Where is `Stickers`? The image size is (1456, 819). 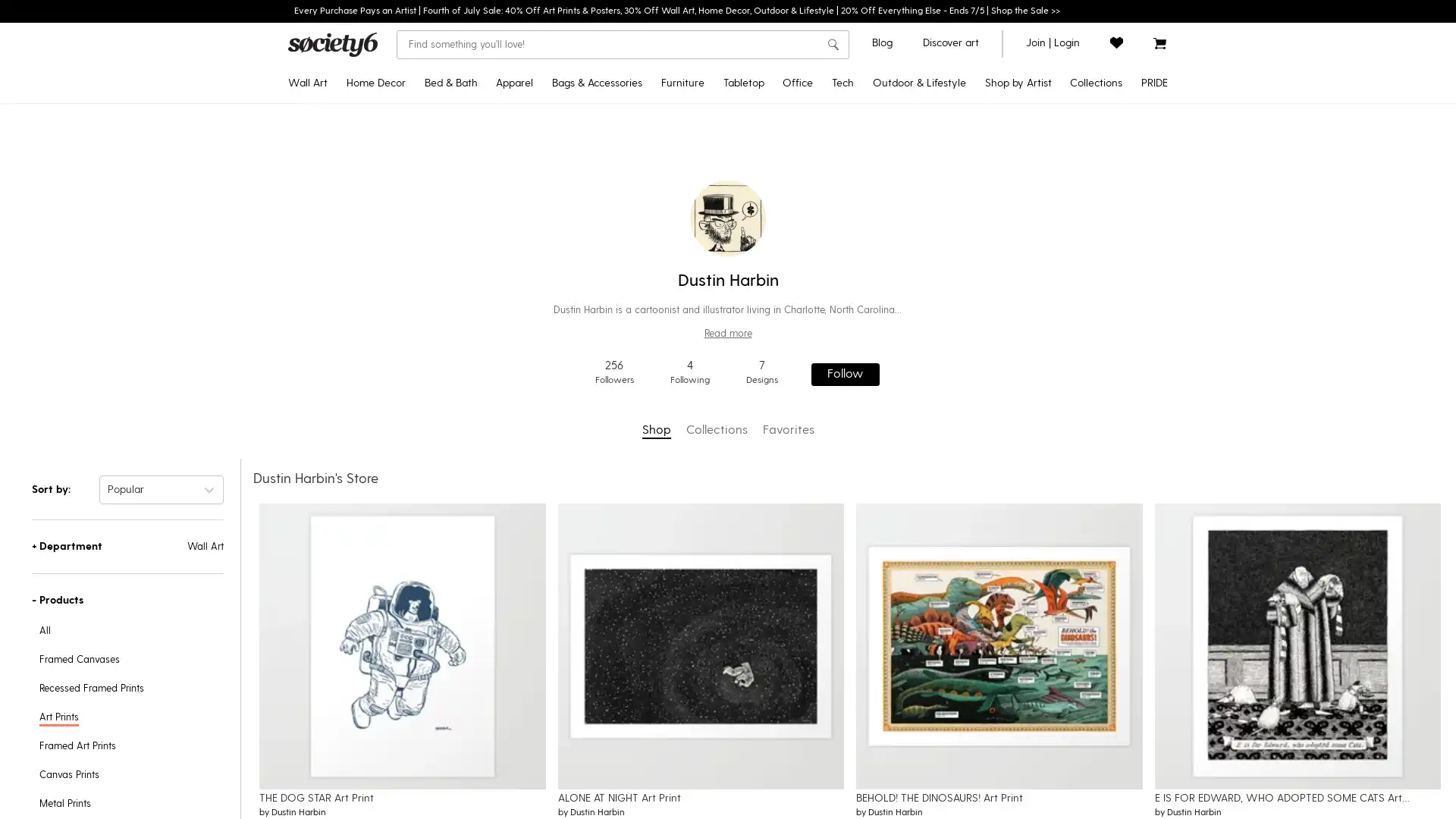 Stickers is located at coordinates (835, 146).